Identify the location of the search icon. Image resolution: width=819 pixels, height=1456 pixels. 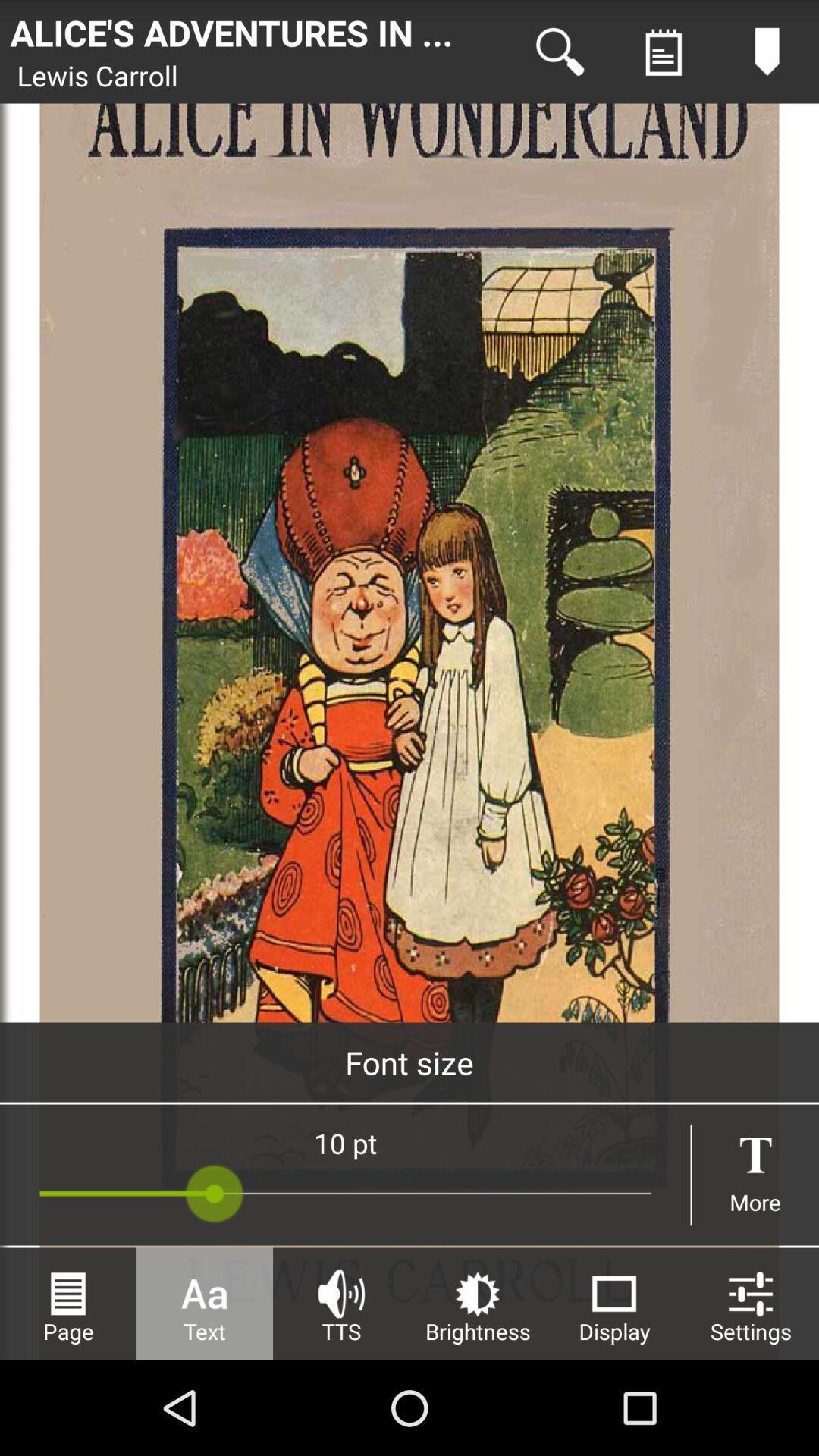
(560, 55).